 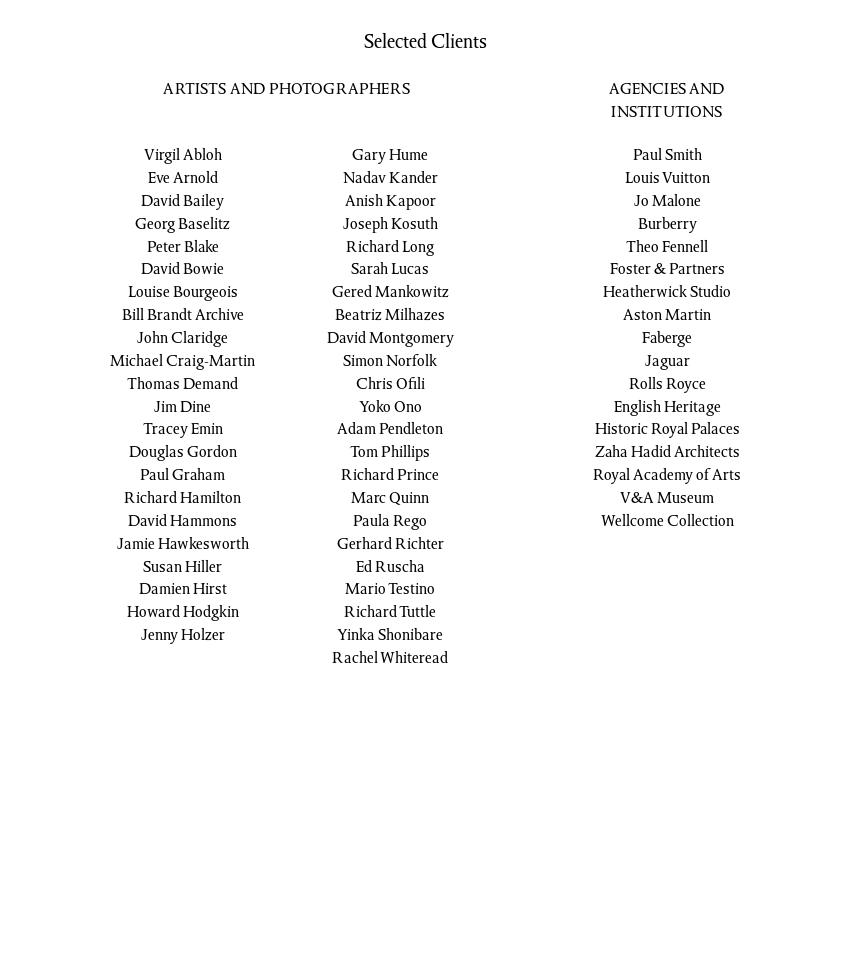 I want to click on 'John Claridge', so click(x=181, y=338).